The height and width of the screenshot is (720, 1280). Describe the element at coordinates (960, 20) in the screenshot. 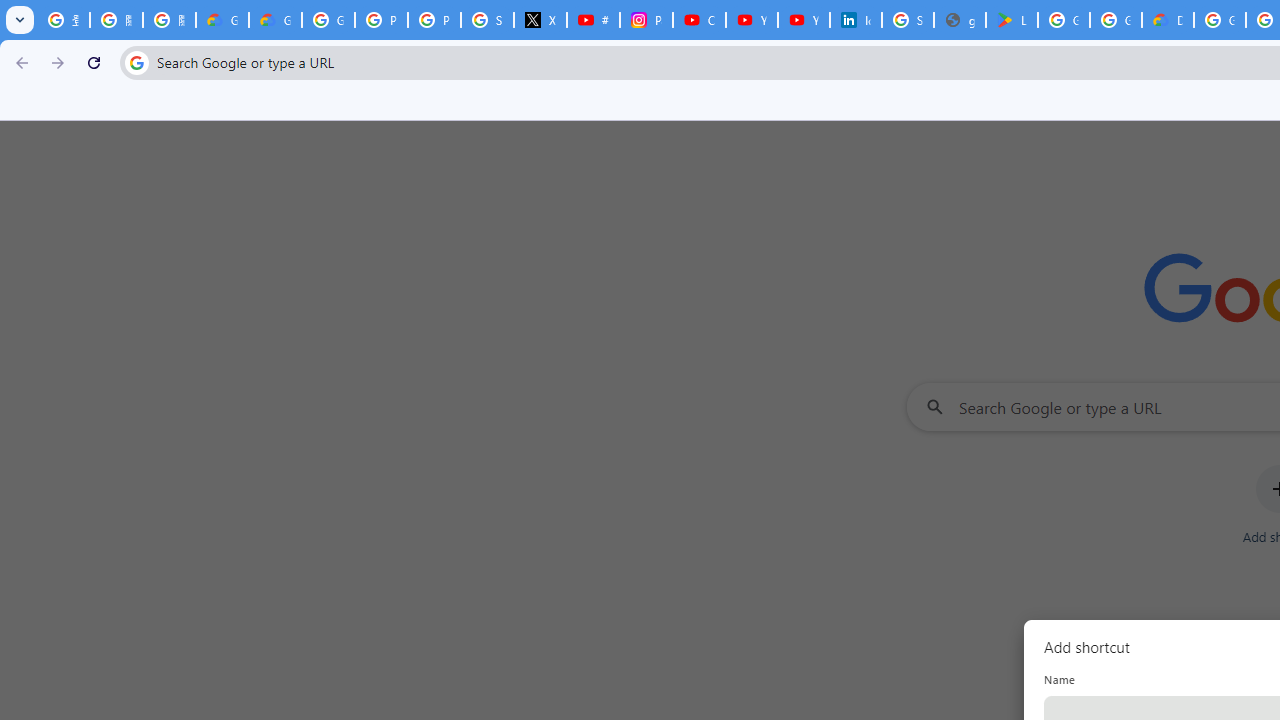

I see `'google_privacy_policy_en.pdf'` at that location.